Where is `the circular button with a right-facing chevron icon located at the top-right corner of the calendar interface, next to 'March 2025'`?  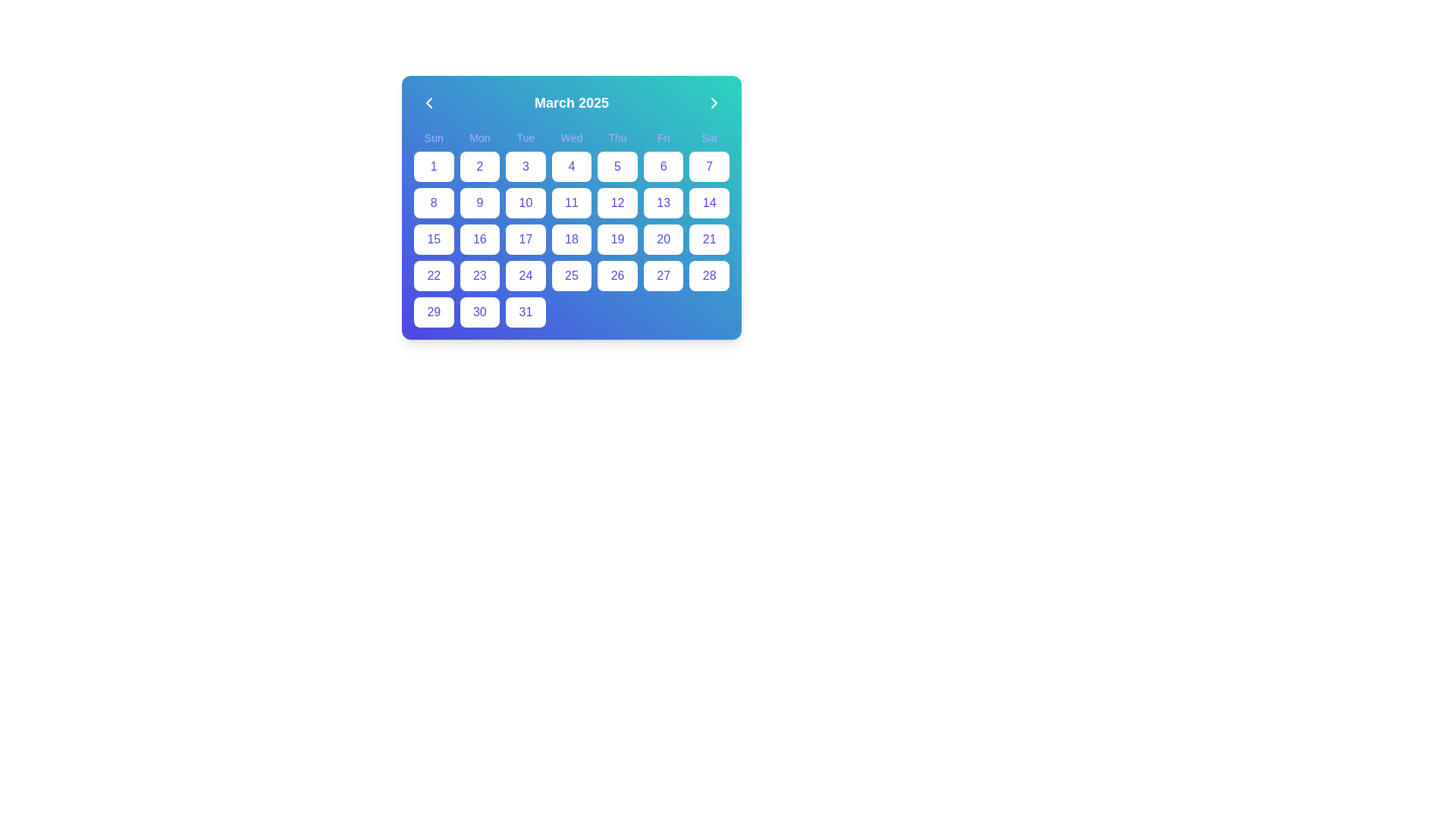
the circular button with a right-facing chevron icon located at the top-right corner of the calendar interface, next to 'March 2025' is located at coordinates (713, 102).